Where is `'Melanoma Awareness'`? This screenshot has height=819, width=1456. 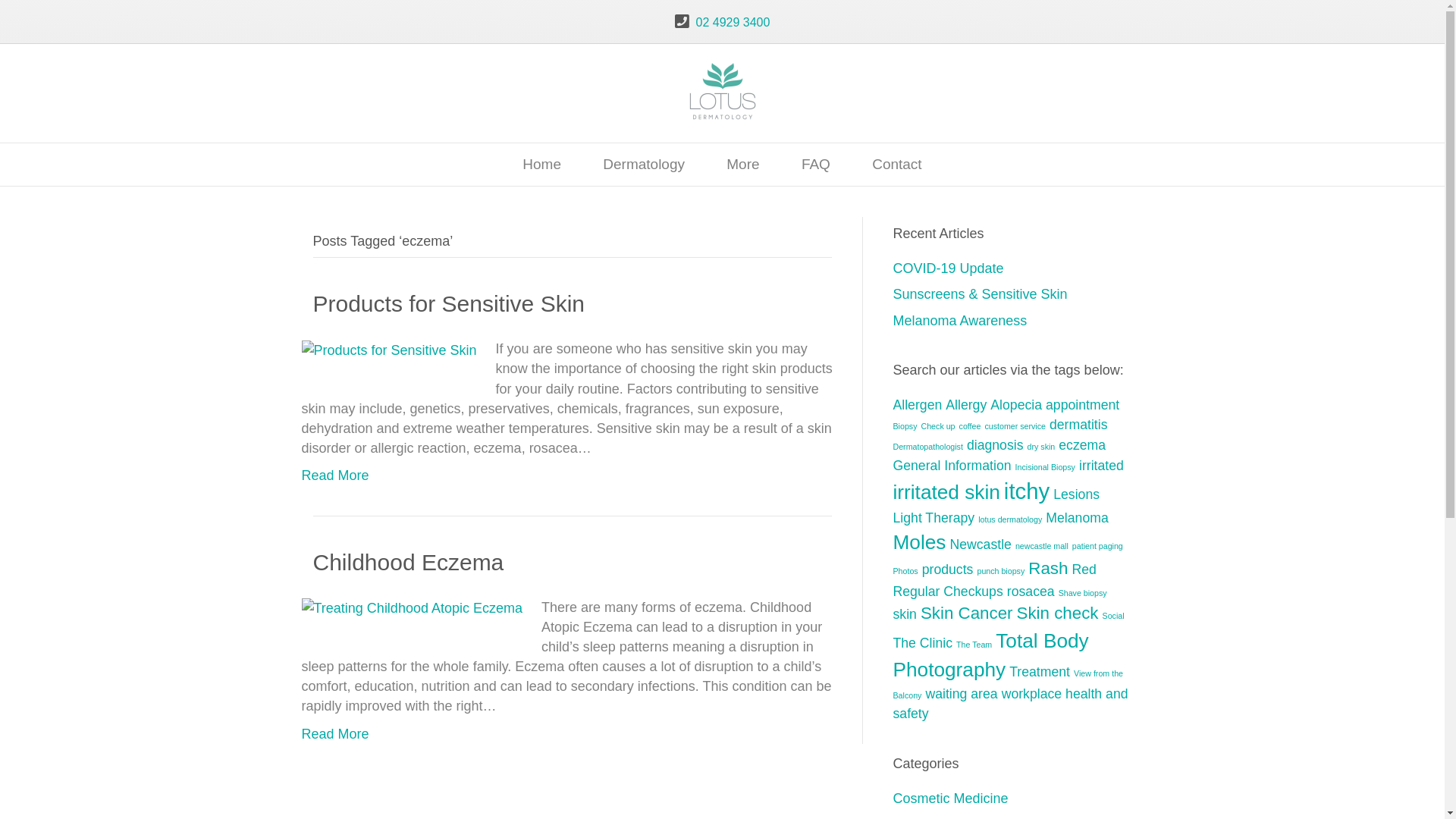 'Melanoma Awareness' is located at coordinates (893, 320).